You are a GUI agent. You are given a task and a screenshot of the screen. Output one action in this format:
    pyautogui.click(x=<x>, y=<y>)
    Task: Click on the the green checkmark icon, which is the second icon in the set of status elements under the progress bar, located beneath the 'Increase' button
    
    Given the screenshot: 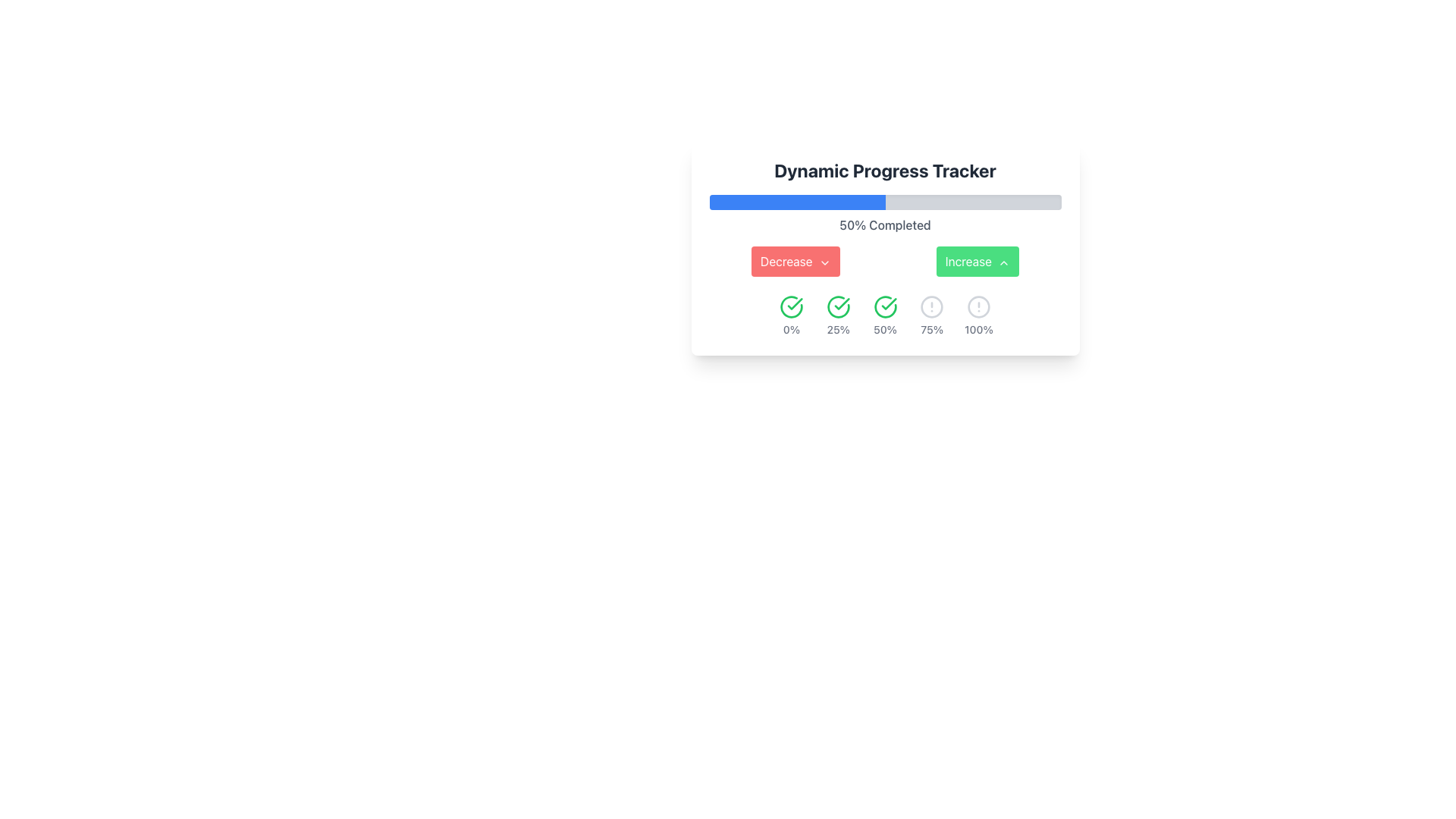 What is the action you would take?
    pyautogui.click(x=794, y=304)
    